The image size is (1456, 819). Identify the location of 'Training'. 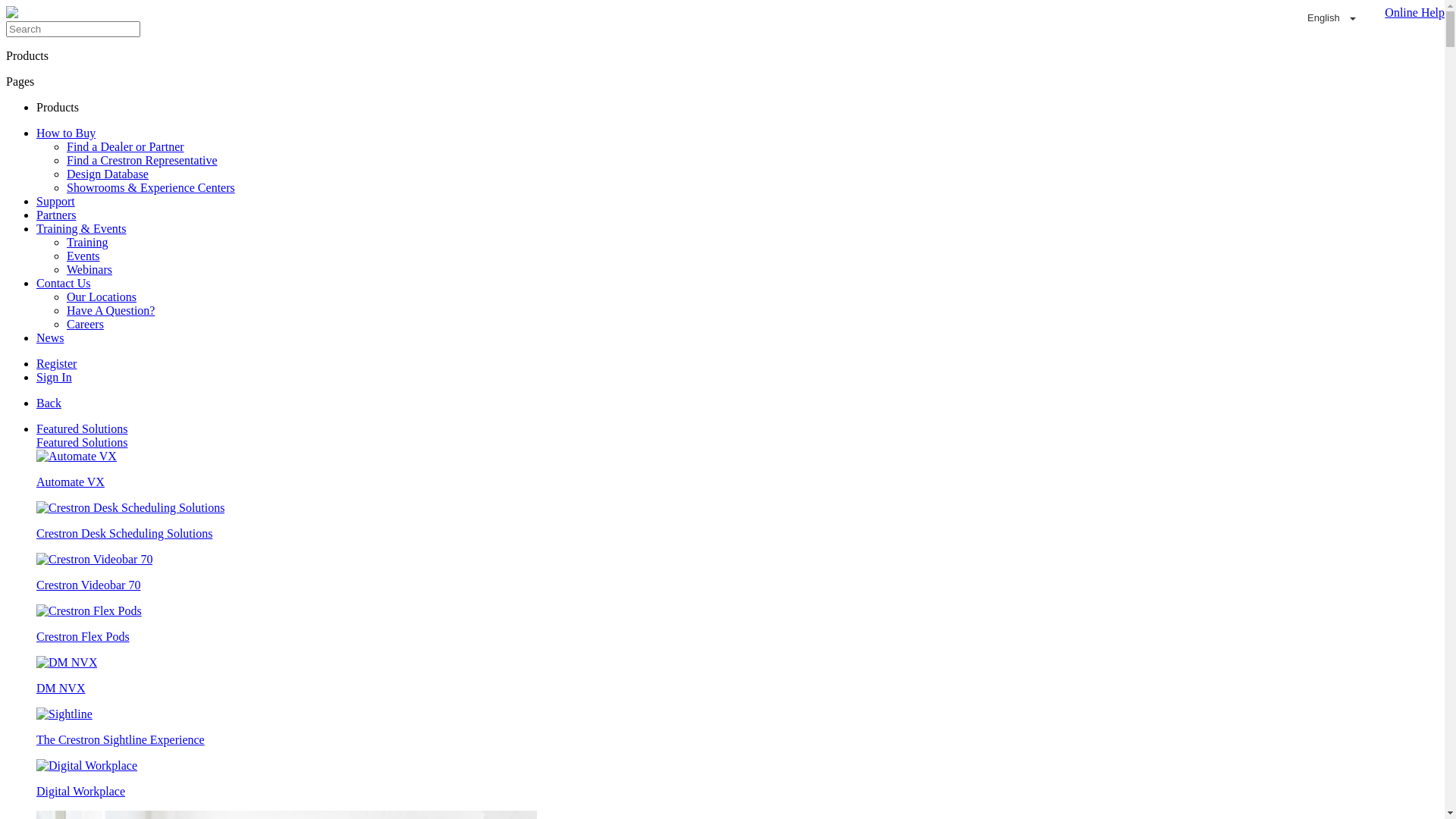
(65, 241).